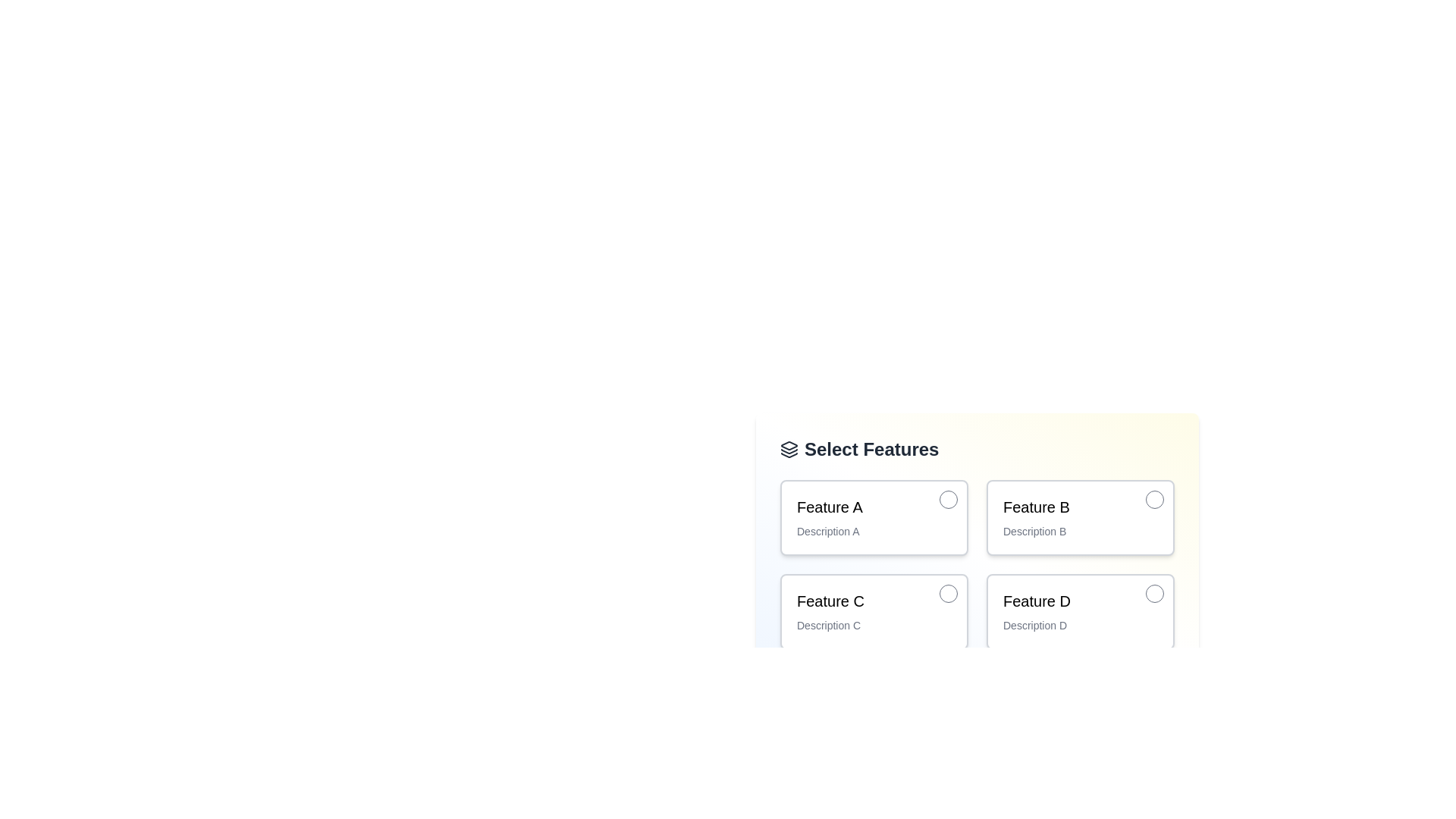 This screenshot has height=819, width=1456. What do you see at coordinates (948, 500) in the screenshot?
I see `the interactive button located in the top-right corner of the card labeled 'Feature A'` at bounding box center [948, 500].